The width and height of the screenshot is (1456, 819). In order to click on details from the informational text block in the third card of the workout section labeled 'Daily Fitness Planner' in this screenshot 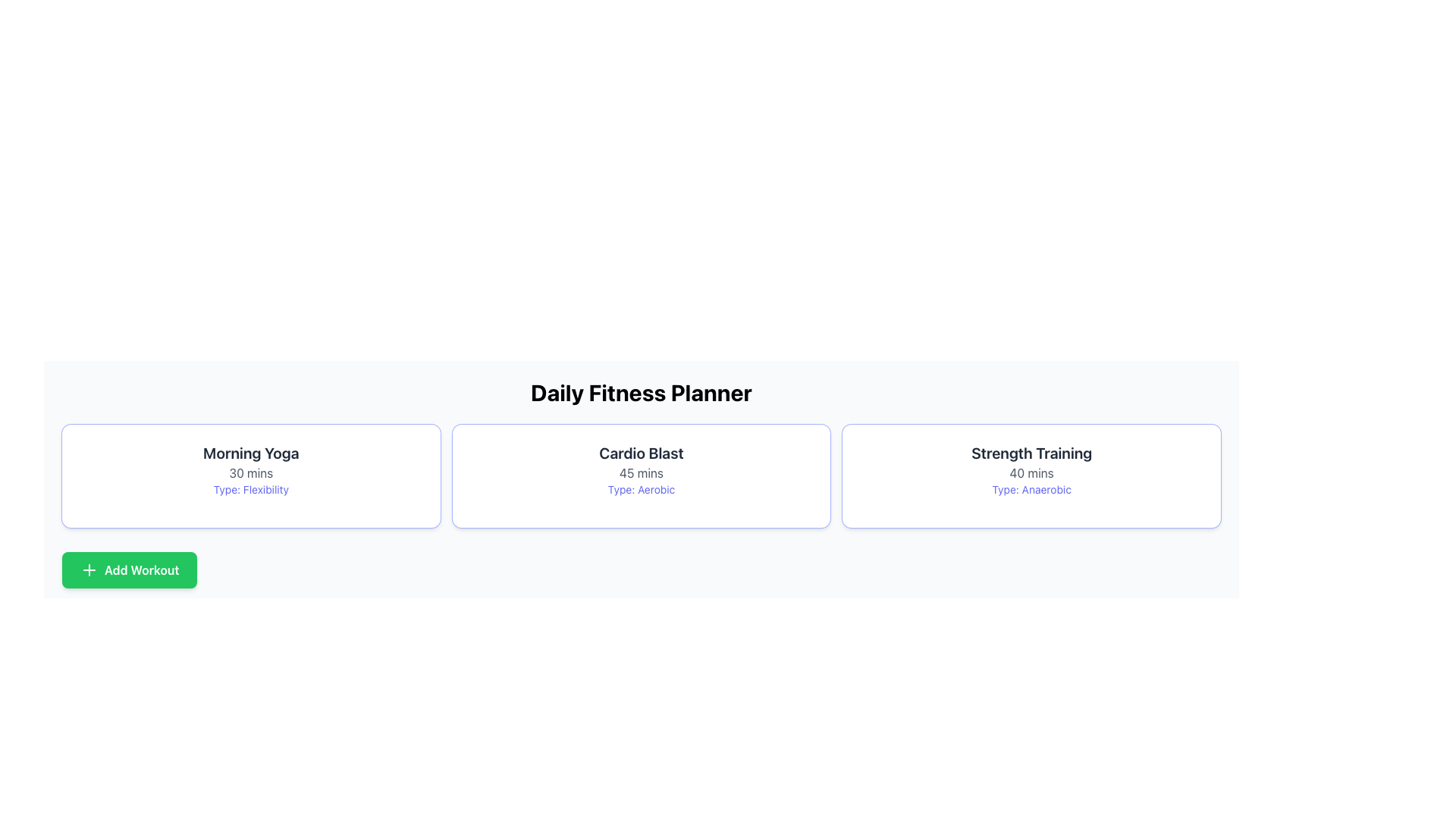, I will do `click(1031, 469)`.